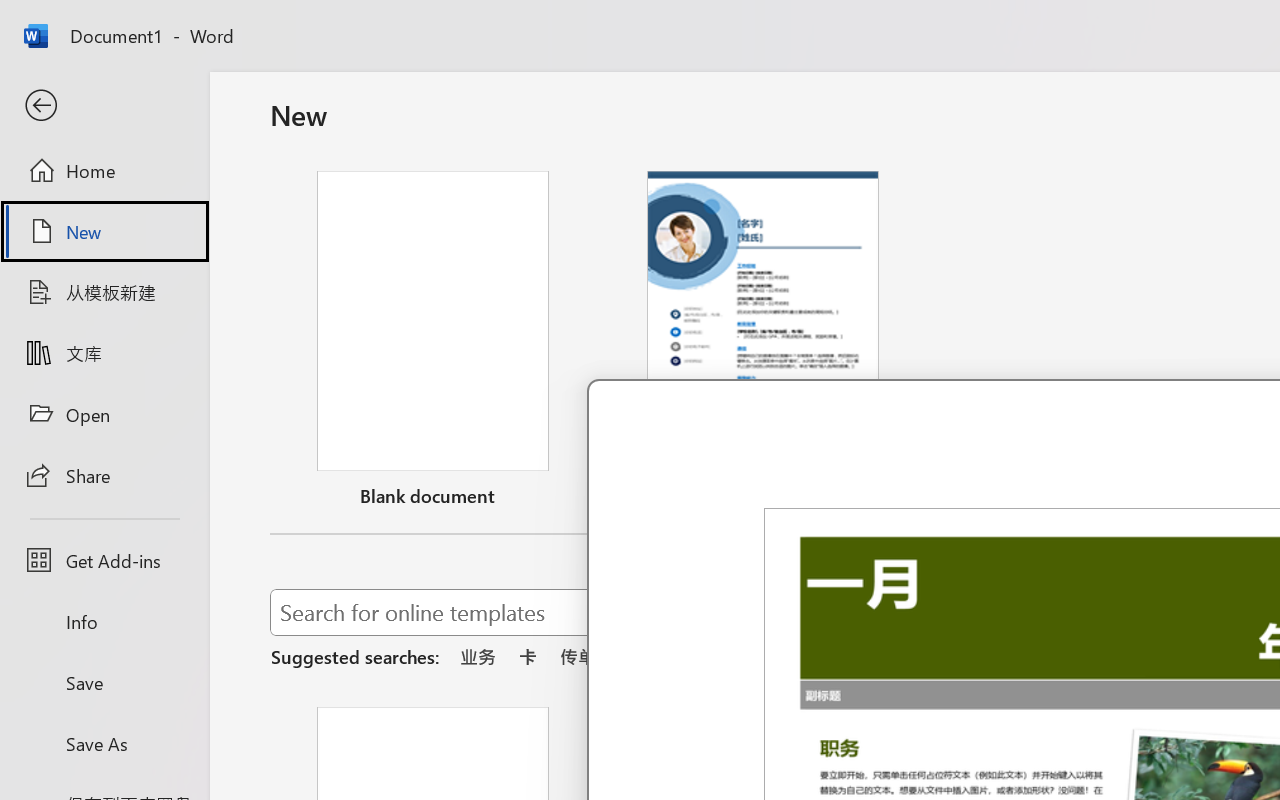 The width and height of the screenshot is (1280, 800). Describe the element at coordinates (103, 105) in the screenshot. I see `'Back'` at that location.